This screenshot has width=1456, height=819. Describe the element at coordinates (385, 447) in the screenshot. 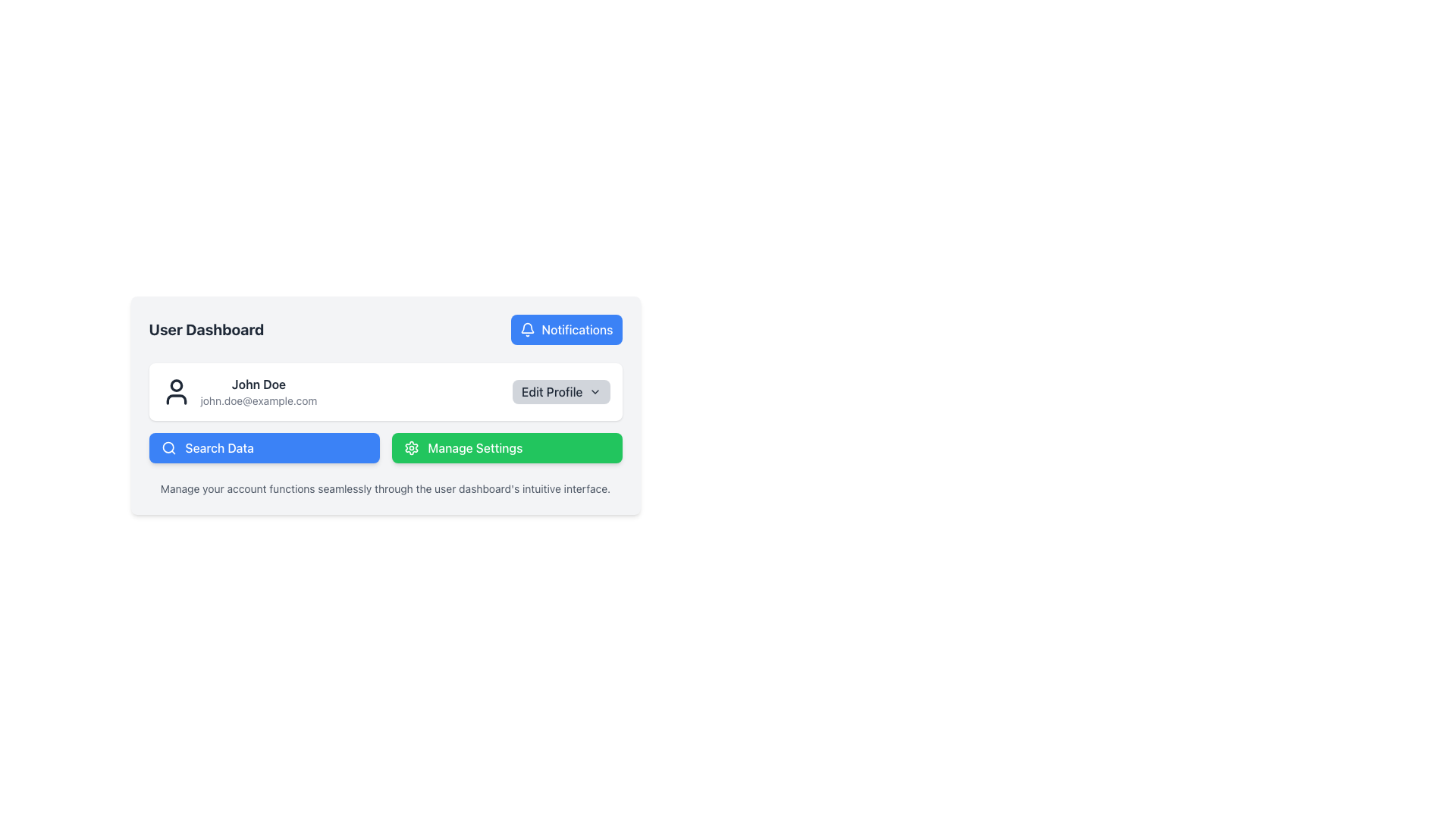

I see `the left button in the grid below the 'John Doe' user information block to initiate the search operation` at that location.